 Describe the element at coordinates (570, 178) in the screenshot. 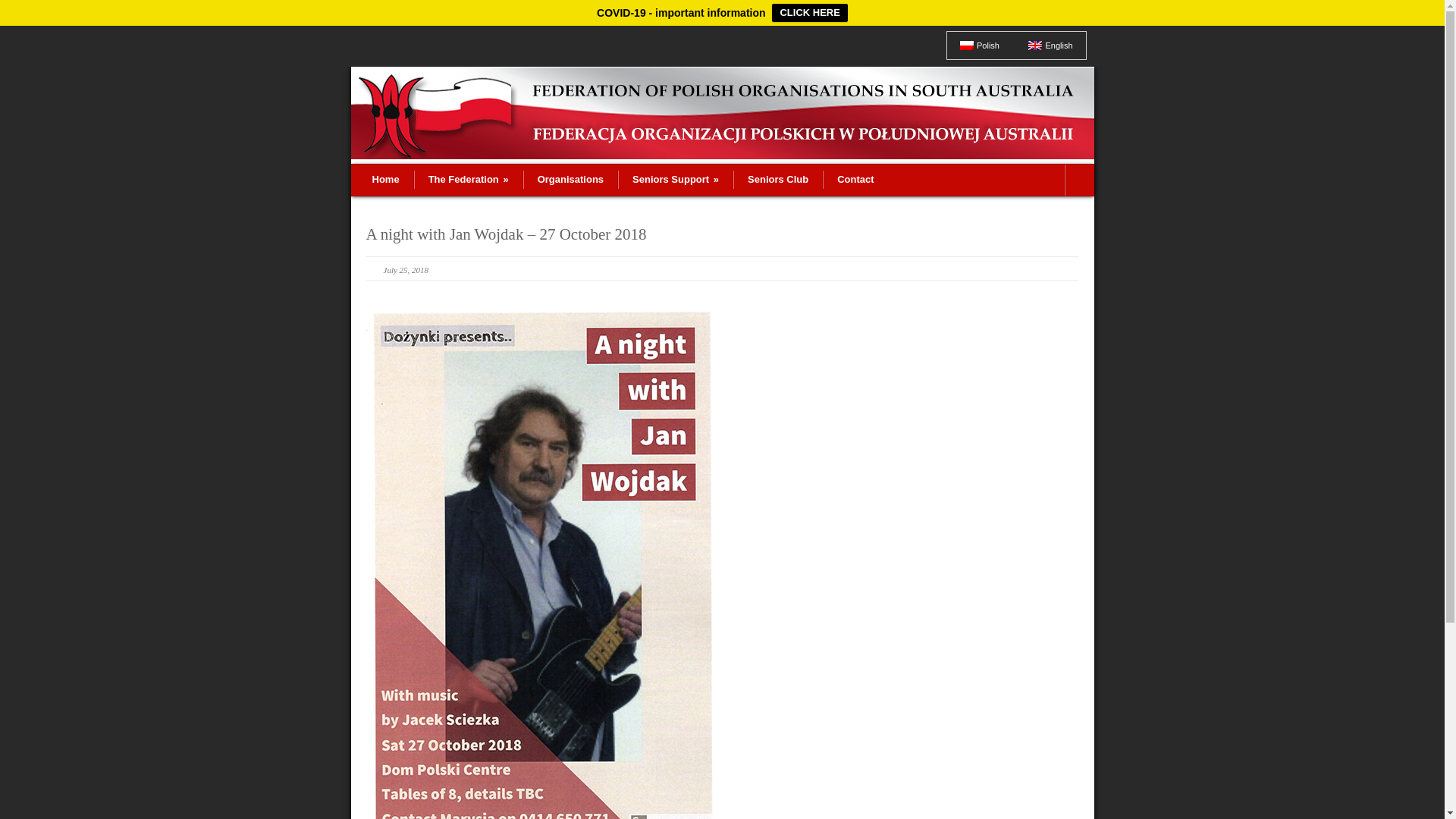

I see `'Organisations'` at that location.